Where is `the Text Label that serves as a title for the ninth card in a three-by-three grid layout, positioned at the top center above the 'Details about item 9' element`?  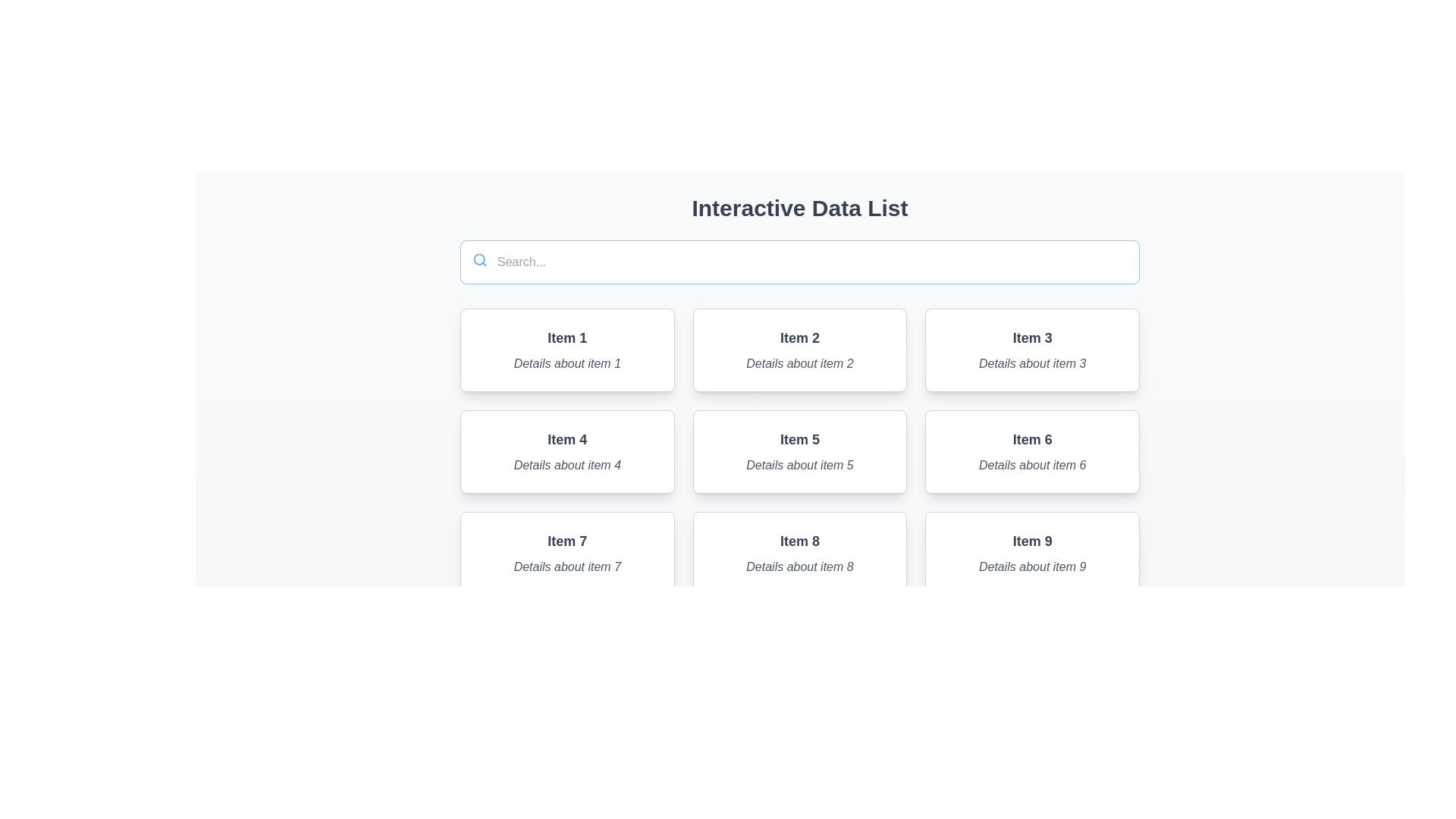
the Text Label that serves as a title for the ninth card in a three-by-three grid layout, positioned at the top center above the 'Details about item 9' element is located at coordinates (1031, 540).